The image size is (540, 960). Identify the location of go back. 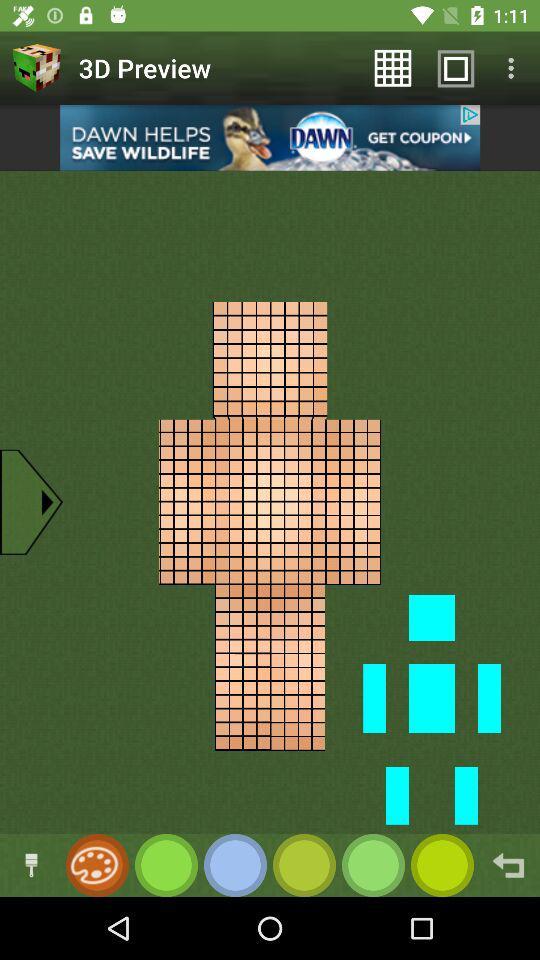
(508, 864).